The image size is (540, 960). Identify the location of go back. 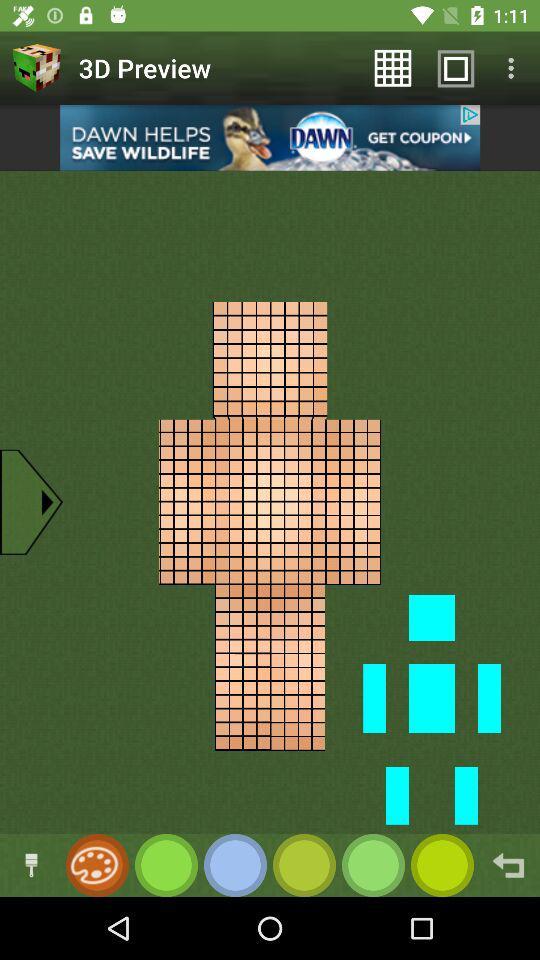
(508, 864).